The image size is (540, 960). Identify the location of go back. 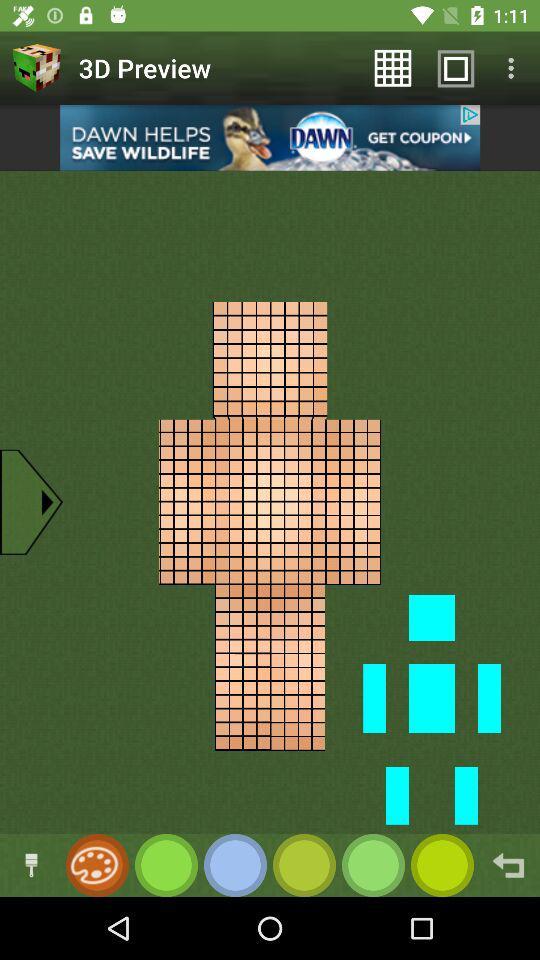
(508, 864).